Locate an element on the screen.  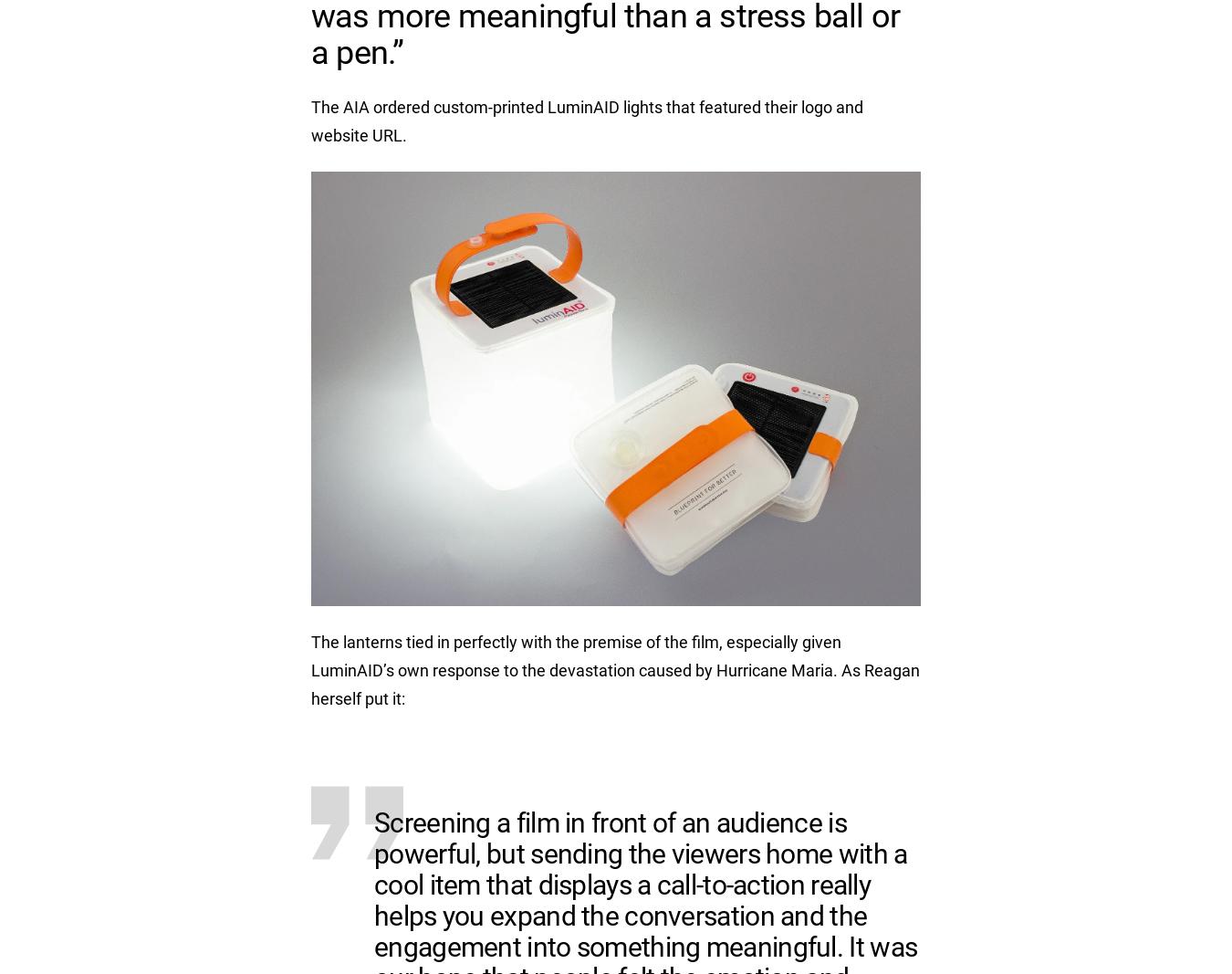
'Slovenia (EUR €)' is located at coordinates (893, 257).